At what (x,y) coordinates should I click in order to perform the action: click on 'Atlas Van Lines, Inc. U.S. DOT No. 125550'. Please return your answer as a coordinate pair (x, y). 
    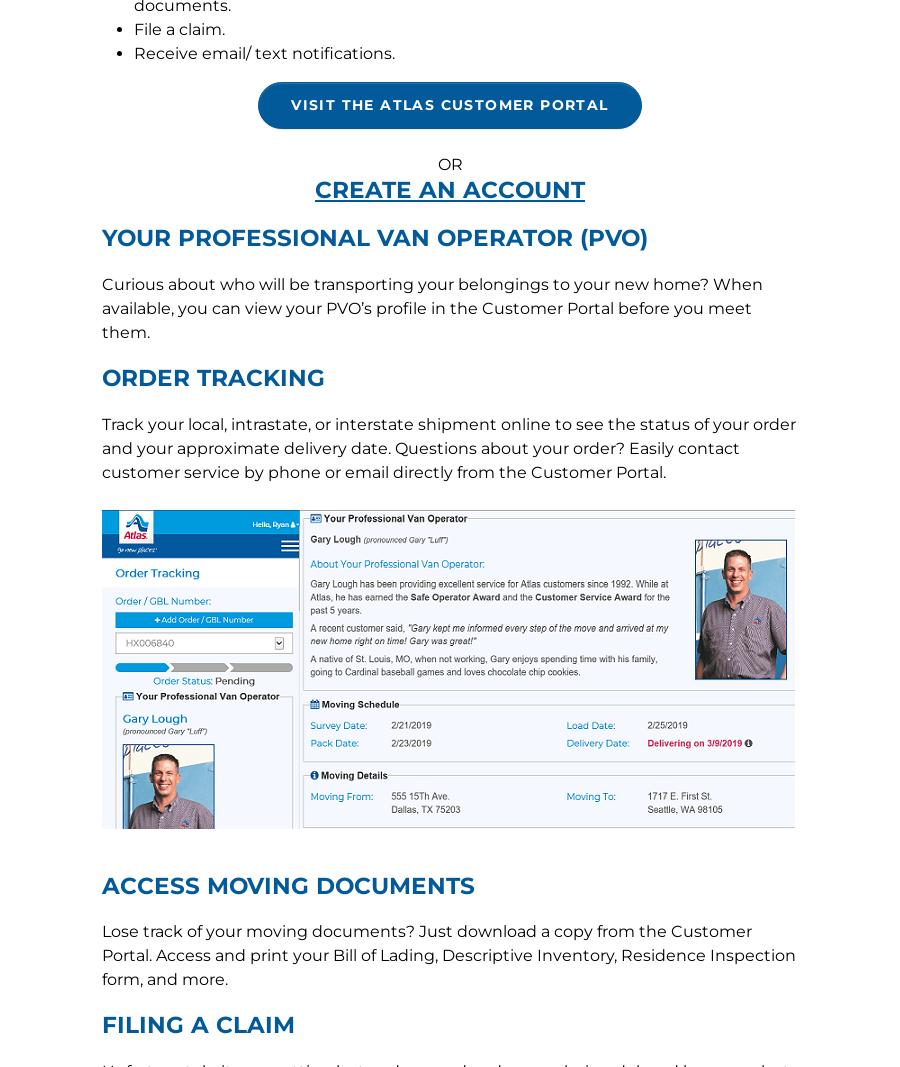
    Looking at the image, I should click on (450, 431).